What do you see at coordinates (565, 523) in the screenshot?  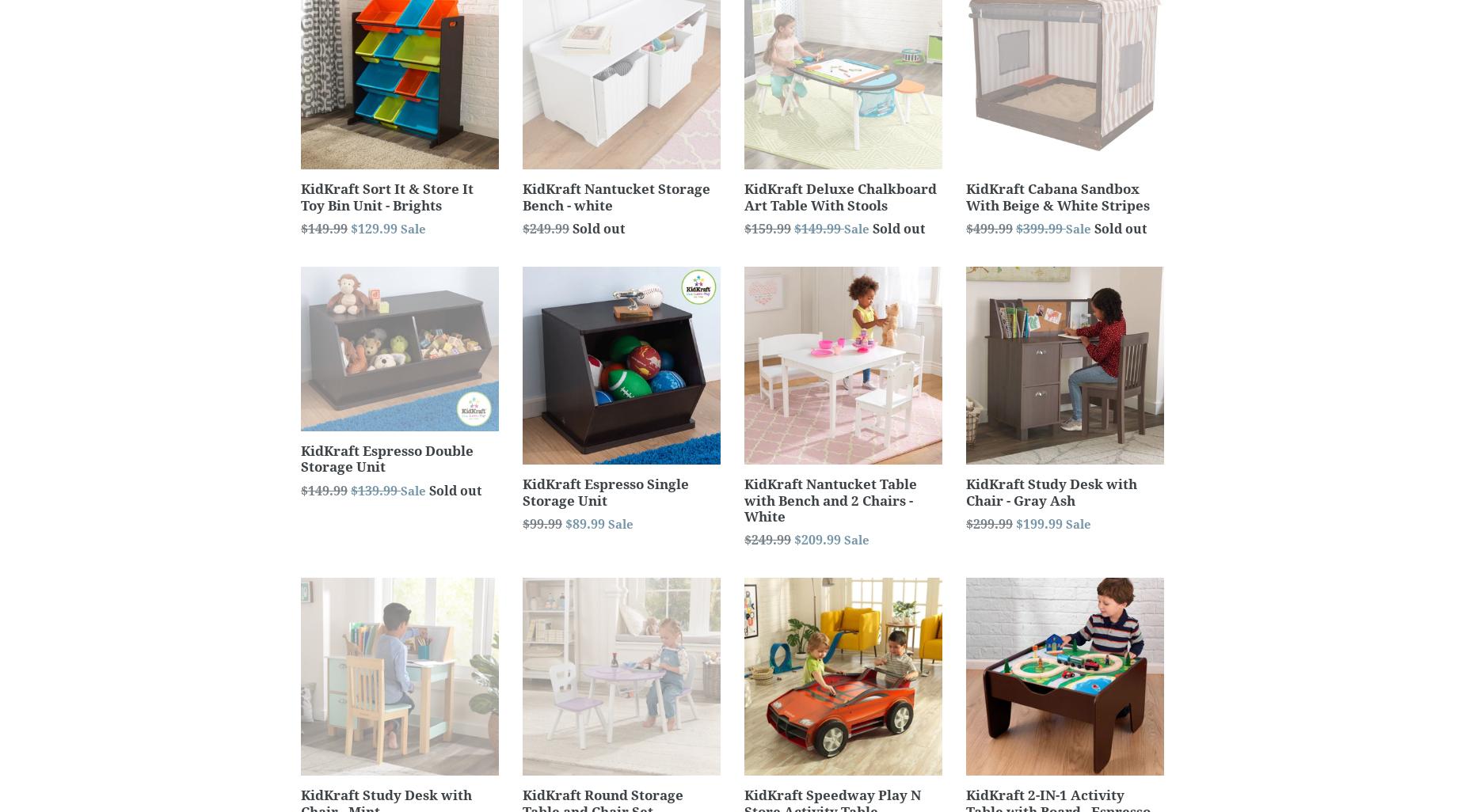 I see `'$89.99'` at bounding box center [565, 523].